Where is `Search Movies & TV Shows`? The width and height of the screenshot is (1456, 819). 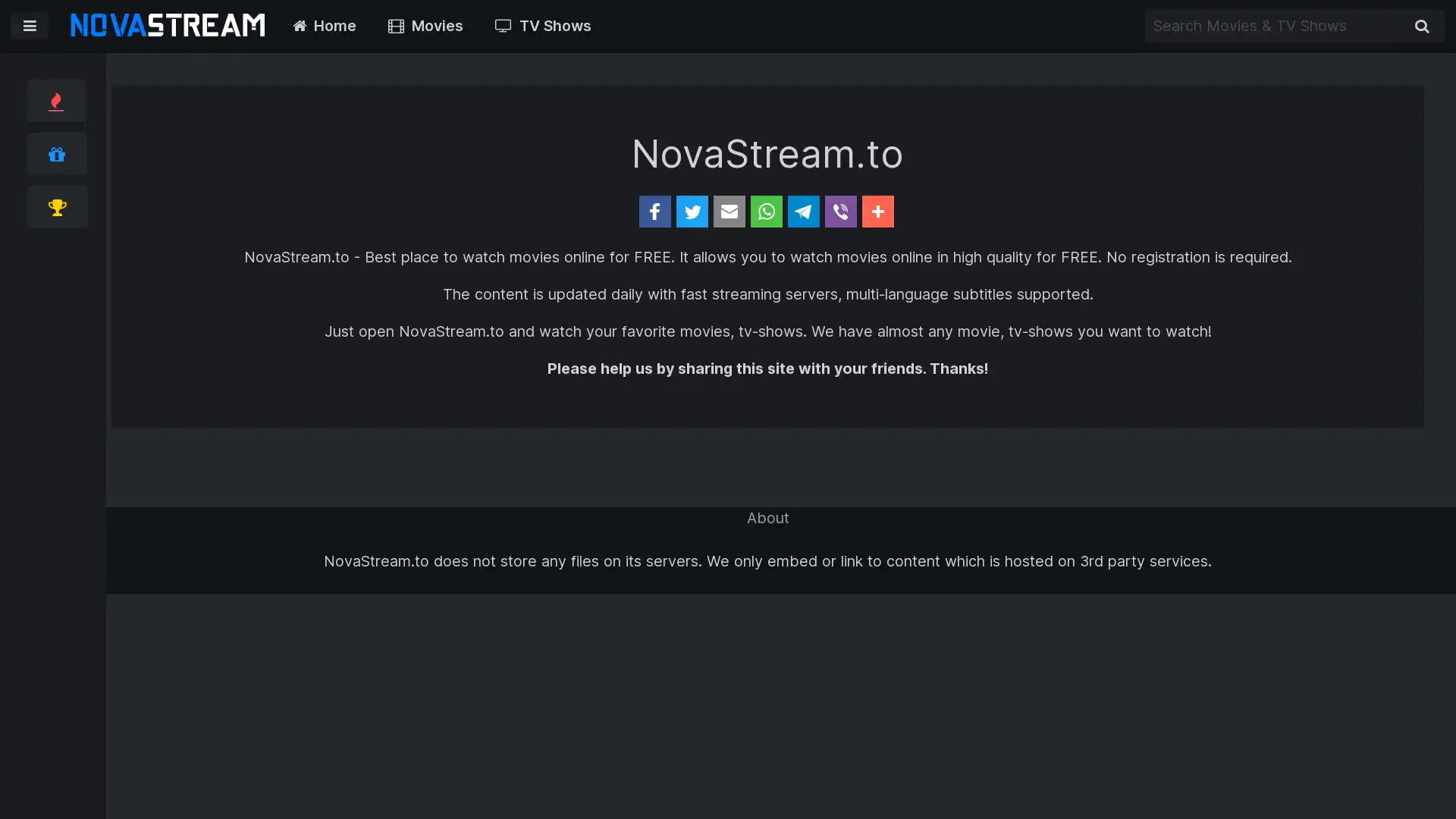
Search Movies & TV Shows is located at coordinates (1421, 26).